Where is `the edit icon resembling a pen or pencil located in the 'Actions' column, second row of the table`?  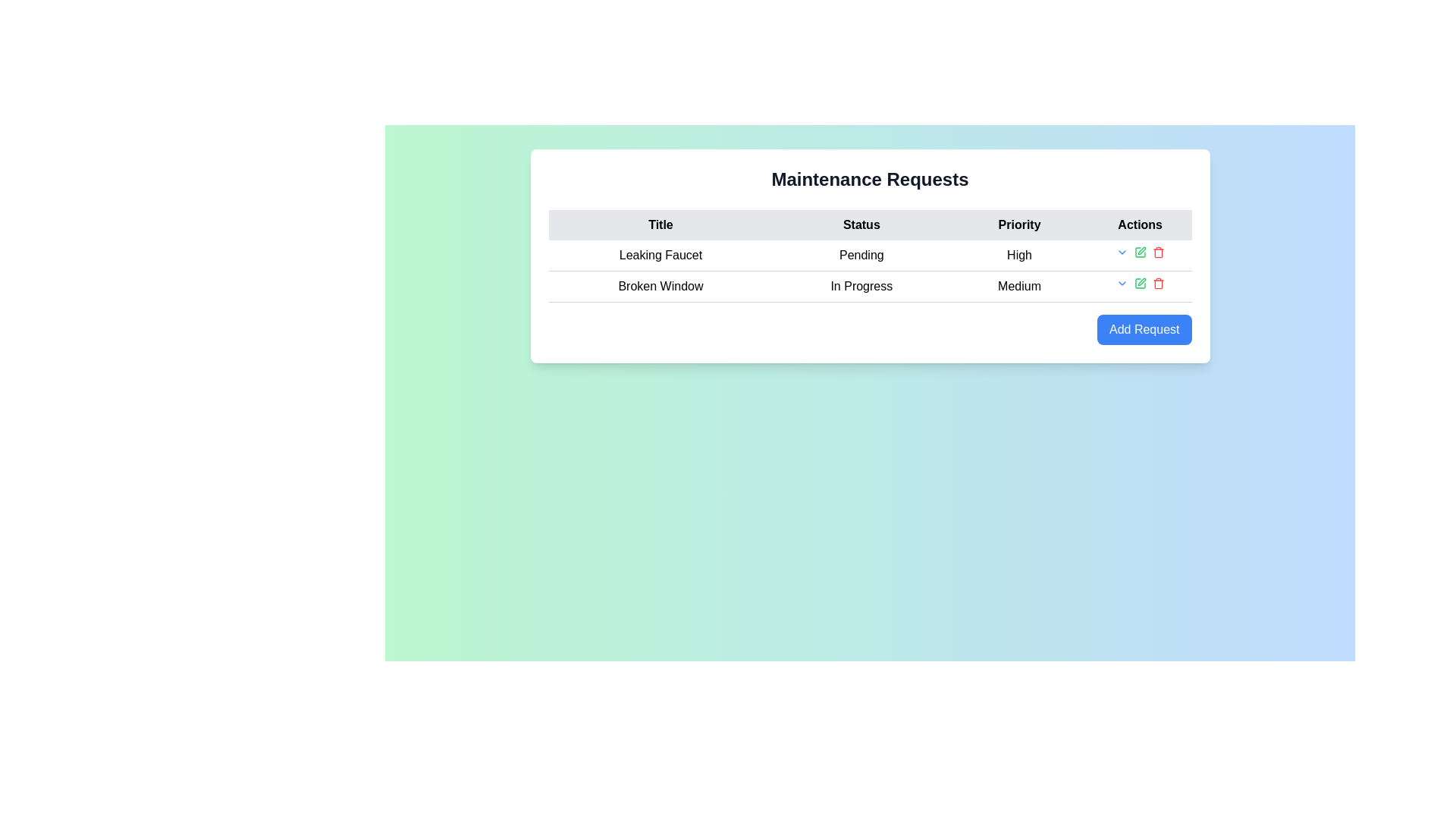 the edit icon resembling a pen or pencil located in the 'Actions' column, second row of the table is located at coordinates (1141, 281).